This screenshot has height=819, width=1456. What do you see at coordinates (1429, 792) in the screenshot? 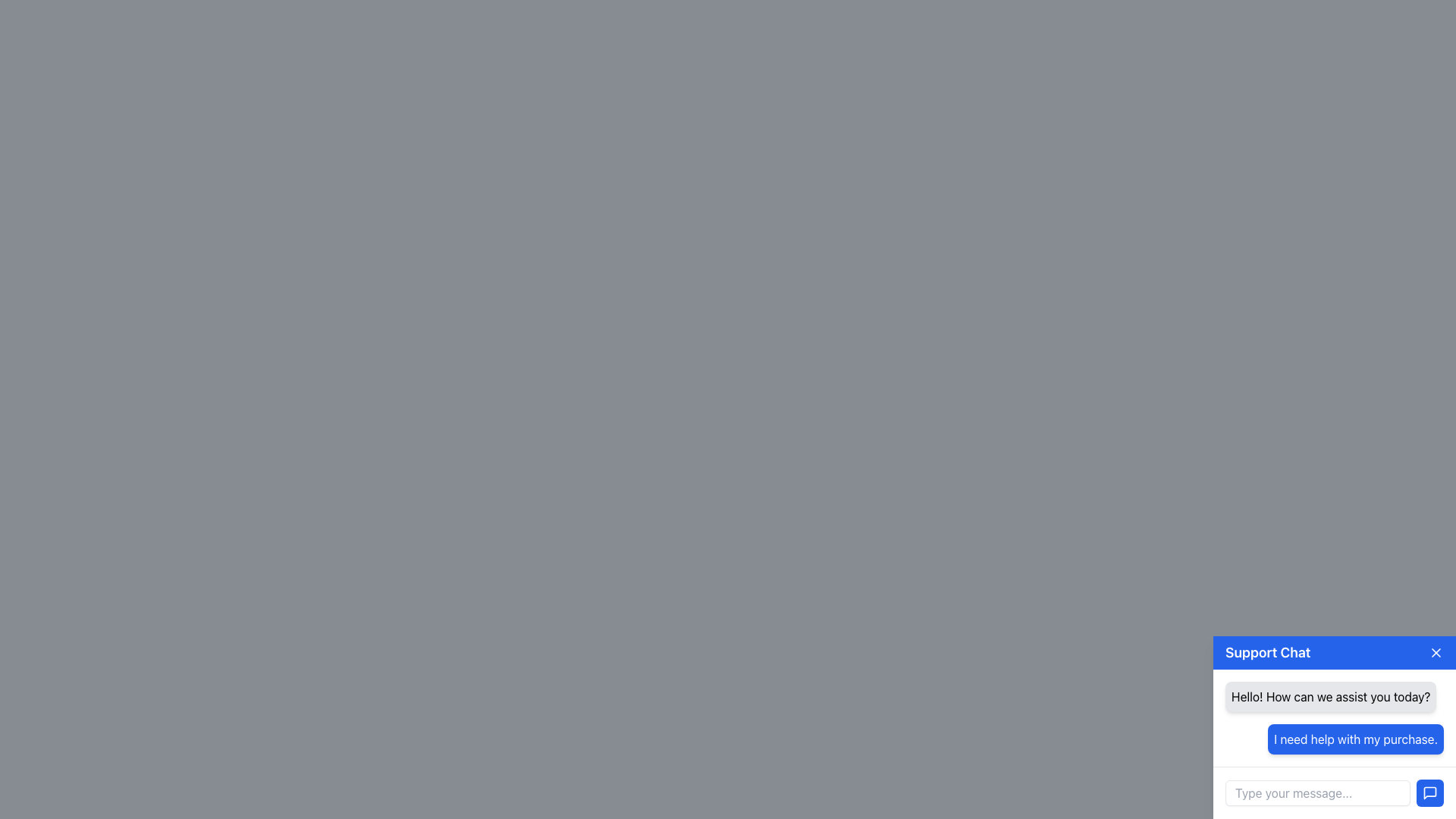
I see `keyboard navigation` at bounding box center [1429, 792].